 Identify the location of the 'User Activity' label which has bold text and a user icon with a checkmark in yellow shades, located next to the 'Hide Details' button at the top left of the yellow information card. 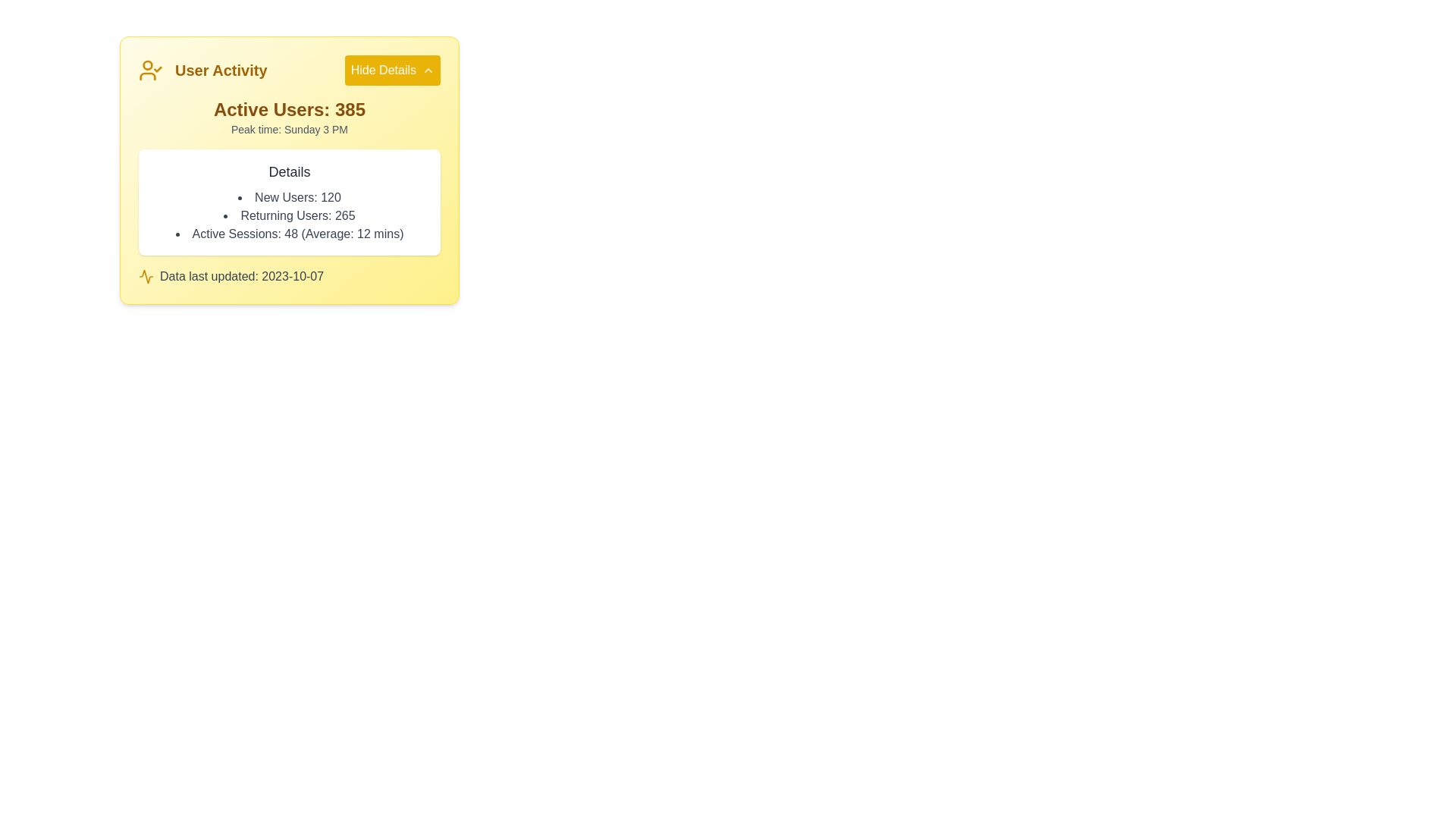
(202, 70).